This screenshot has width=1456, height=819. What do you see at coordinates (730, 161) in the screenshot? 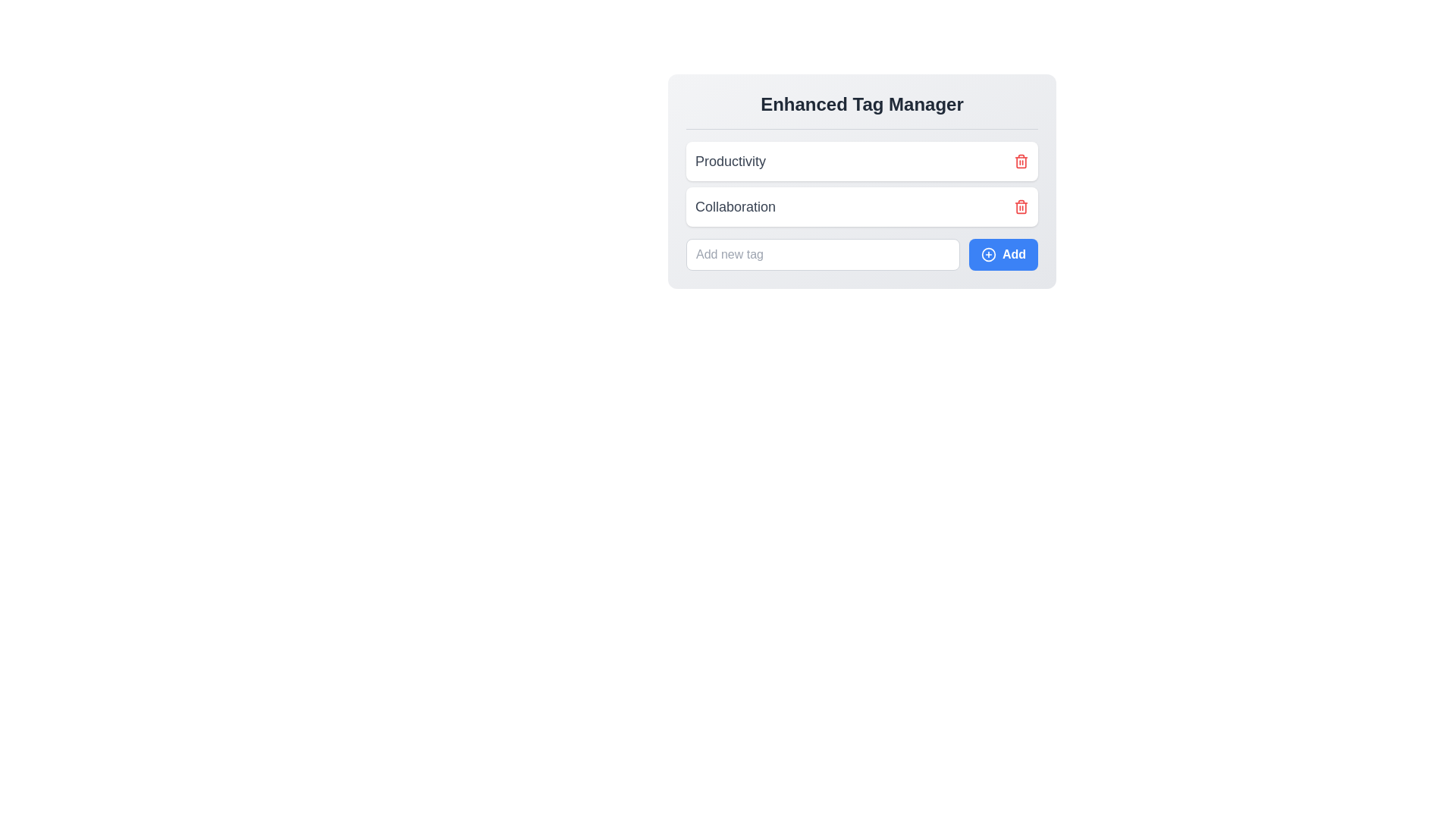
I see `the text label located in the top-left corner of the rounded white box, which identifies a tag or category` at bounding box center [730, 161].